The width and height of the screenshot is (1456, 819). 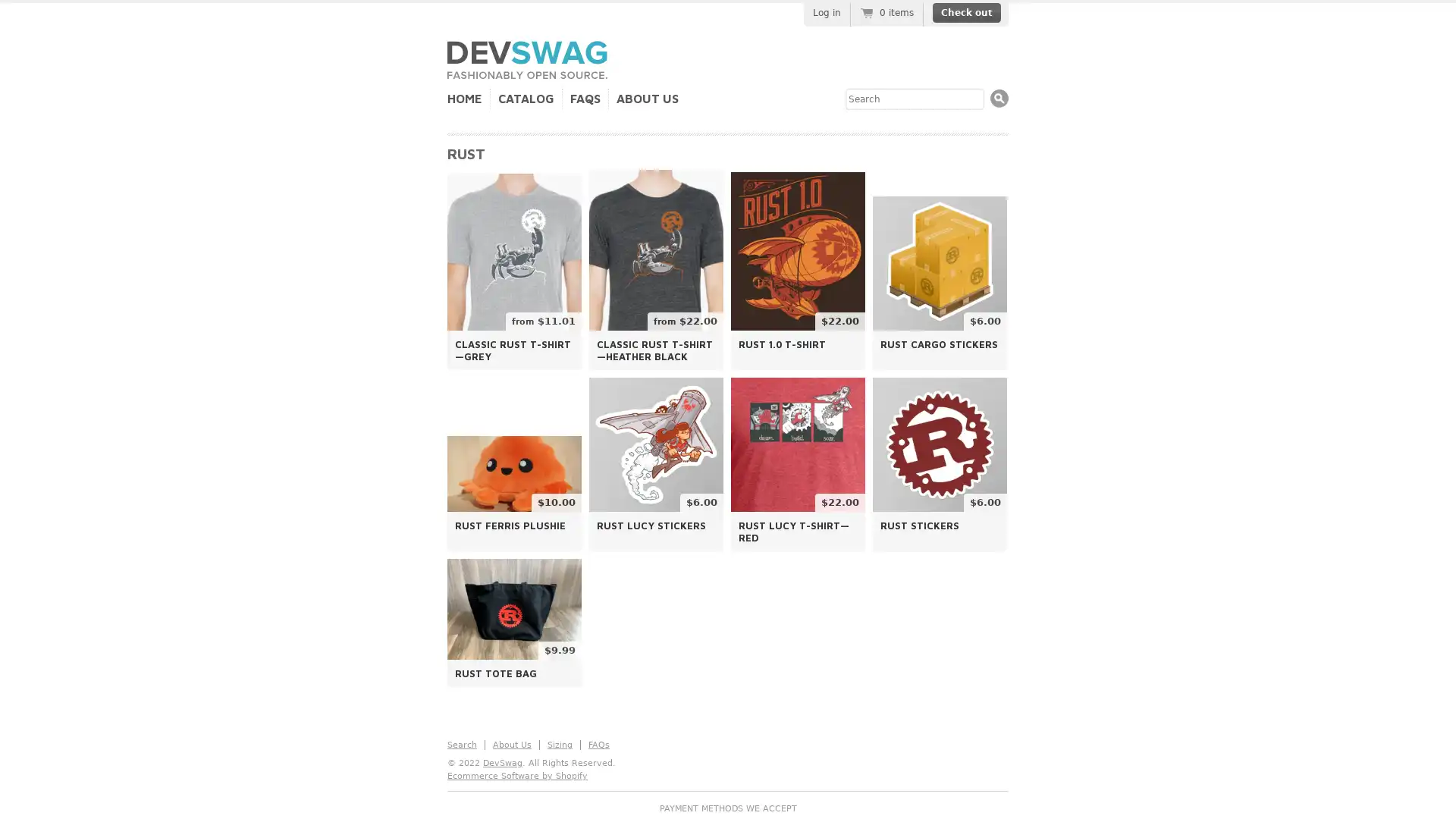 I want to click on Search, so click(x=999, y=98).